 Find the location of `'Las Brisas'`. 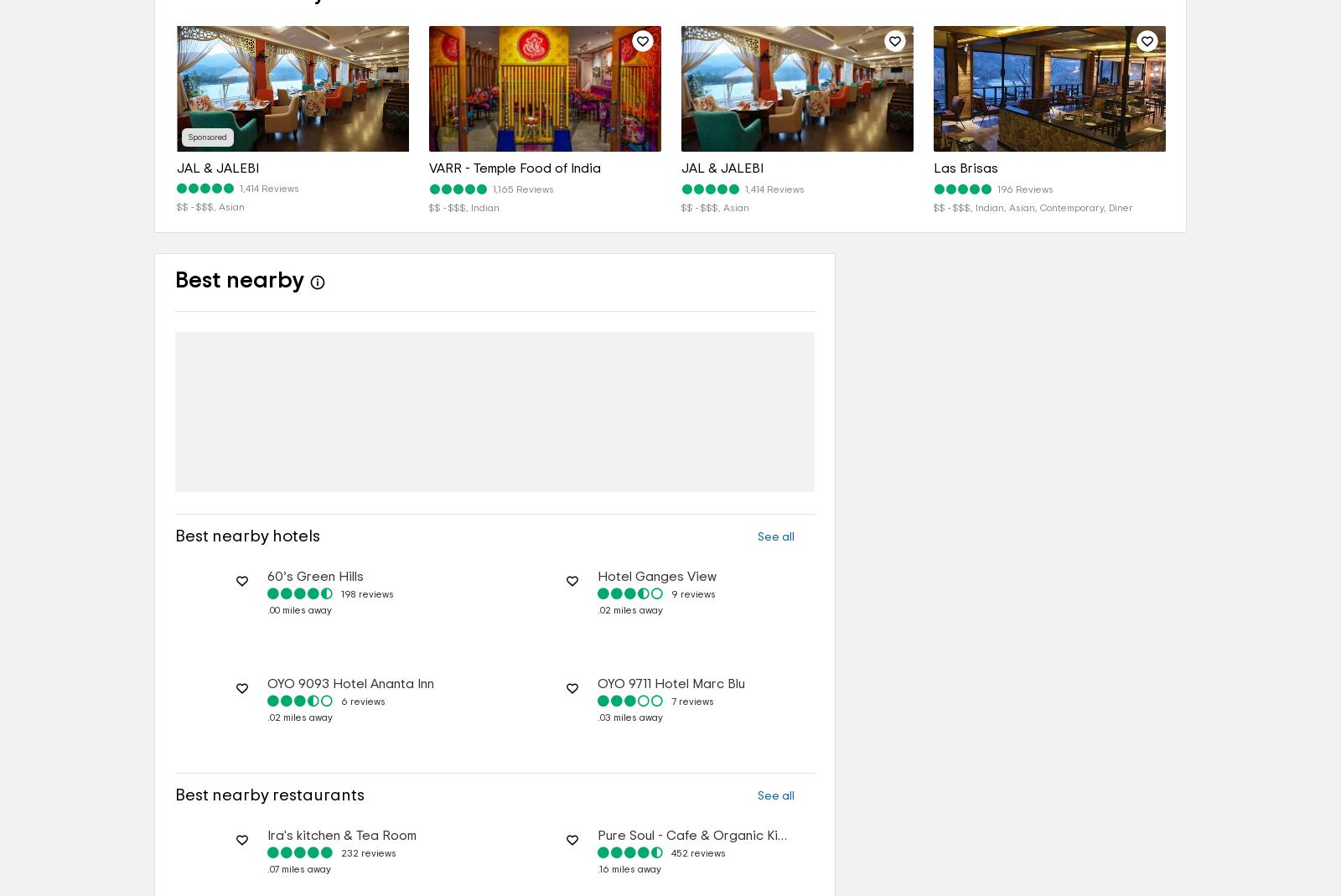

'Las Brisas' is located at coordinates (966, 168).